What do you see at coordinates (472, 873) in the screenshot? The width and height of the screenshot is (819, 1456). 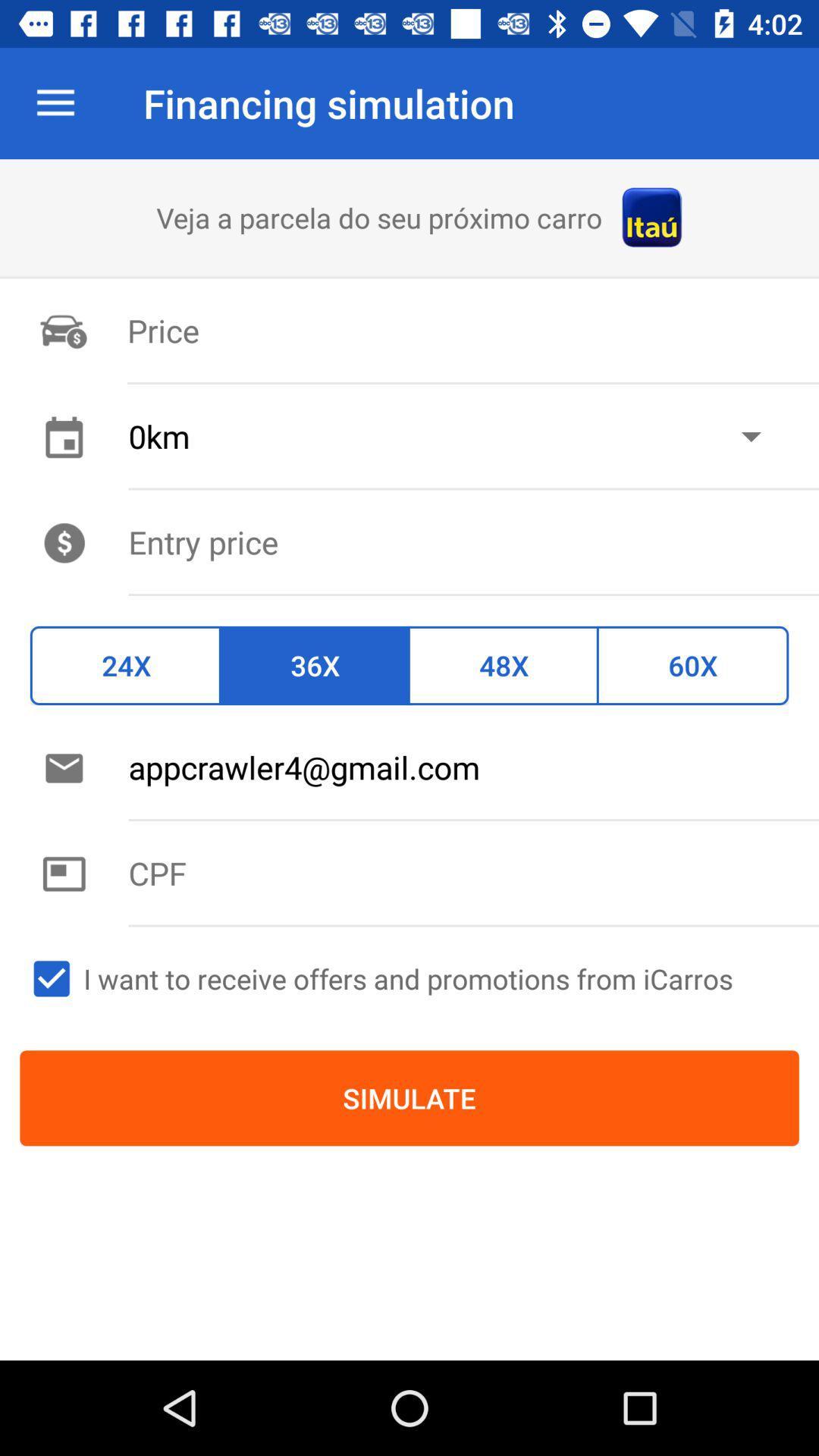 I see `text box to enter` at bounding box center [472, 873].